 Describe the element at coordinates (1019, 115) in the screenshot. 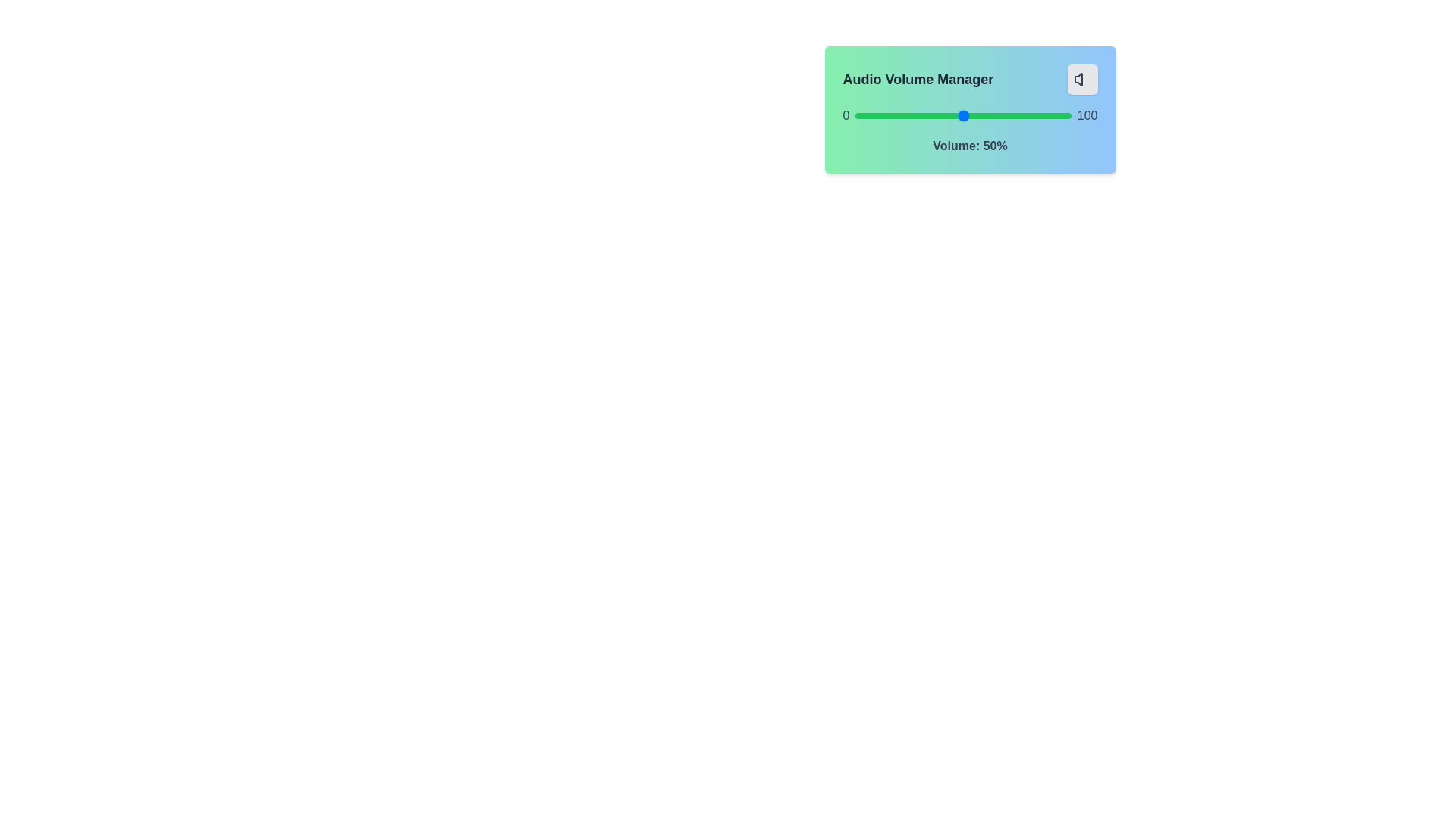

I see `the slider` at that location.